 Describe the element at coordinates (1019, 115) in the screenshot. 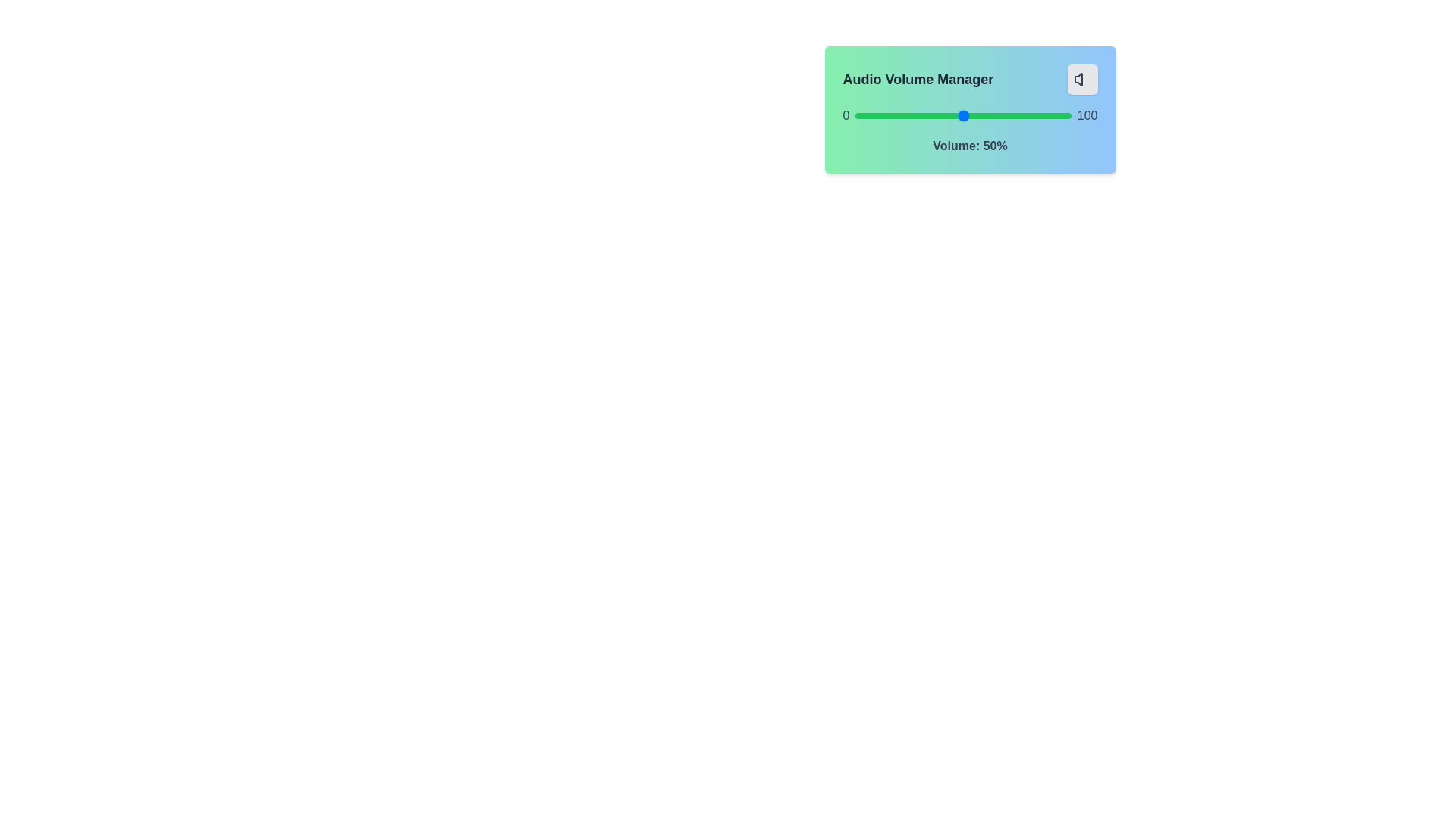

I see `the slider` at that location.